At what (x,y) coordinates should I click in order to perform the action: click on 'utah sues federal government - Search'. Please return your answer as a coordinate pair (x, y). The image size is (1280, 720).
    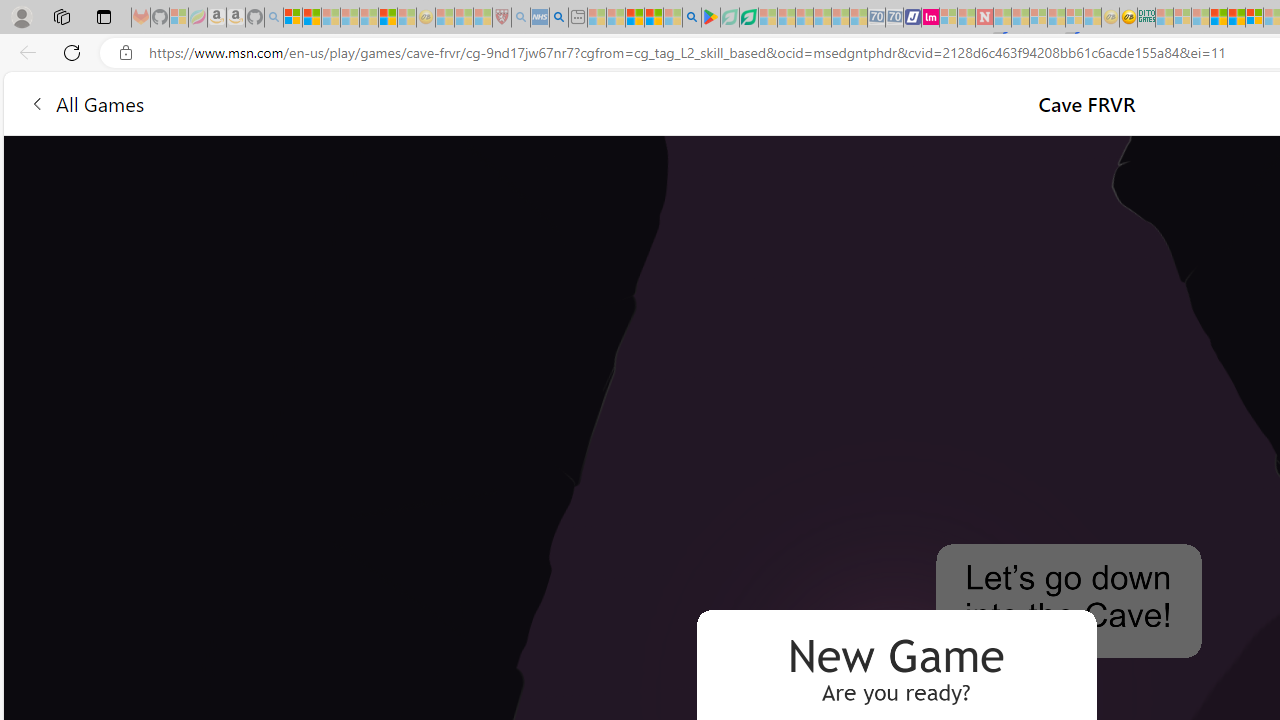
    Looking at the image, I should click on (559, 17).